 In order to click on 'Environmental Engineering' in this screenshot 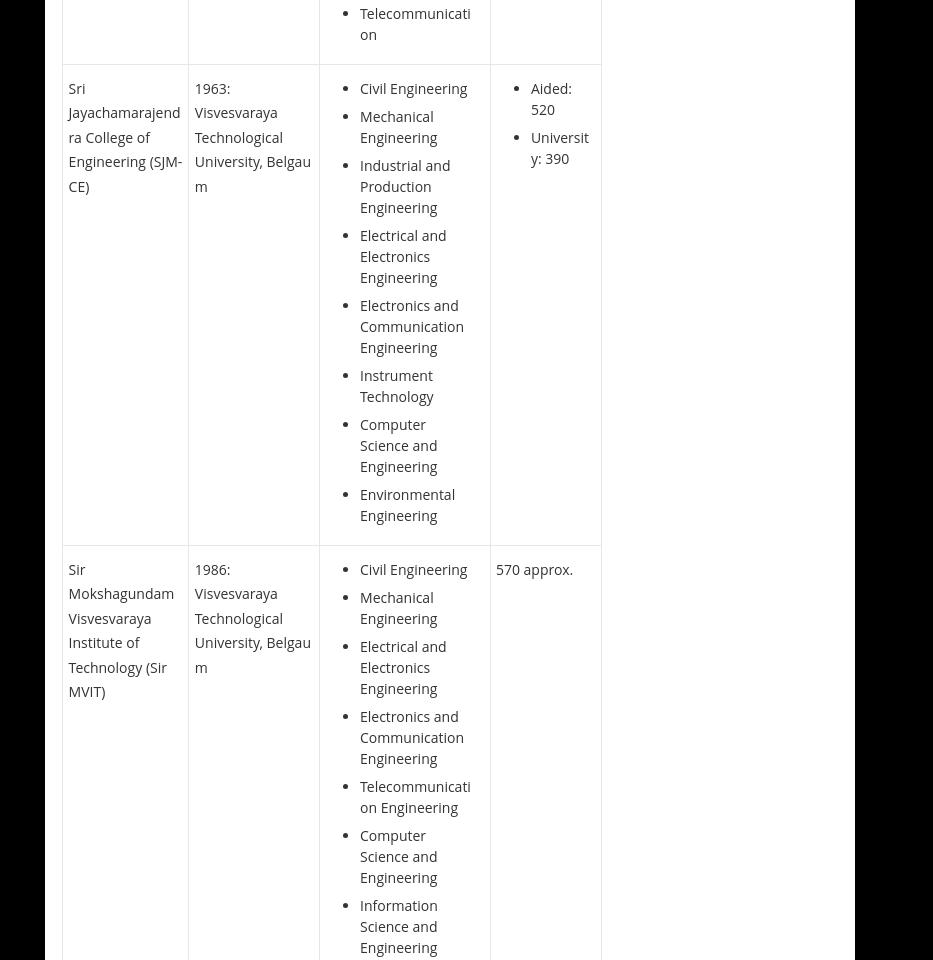, I will do `click(407, 503)`.